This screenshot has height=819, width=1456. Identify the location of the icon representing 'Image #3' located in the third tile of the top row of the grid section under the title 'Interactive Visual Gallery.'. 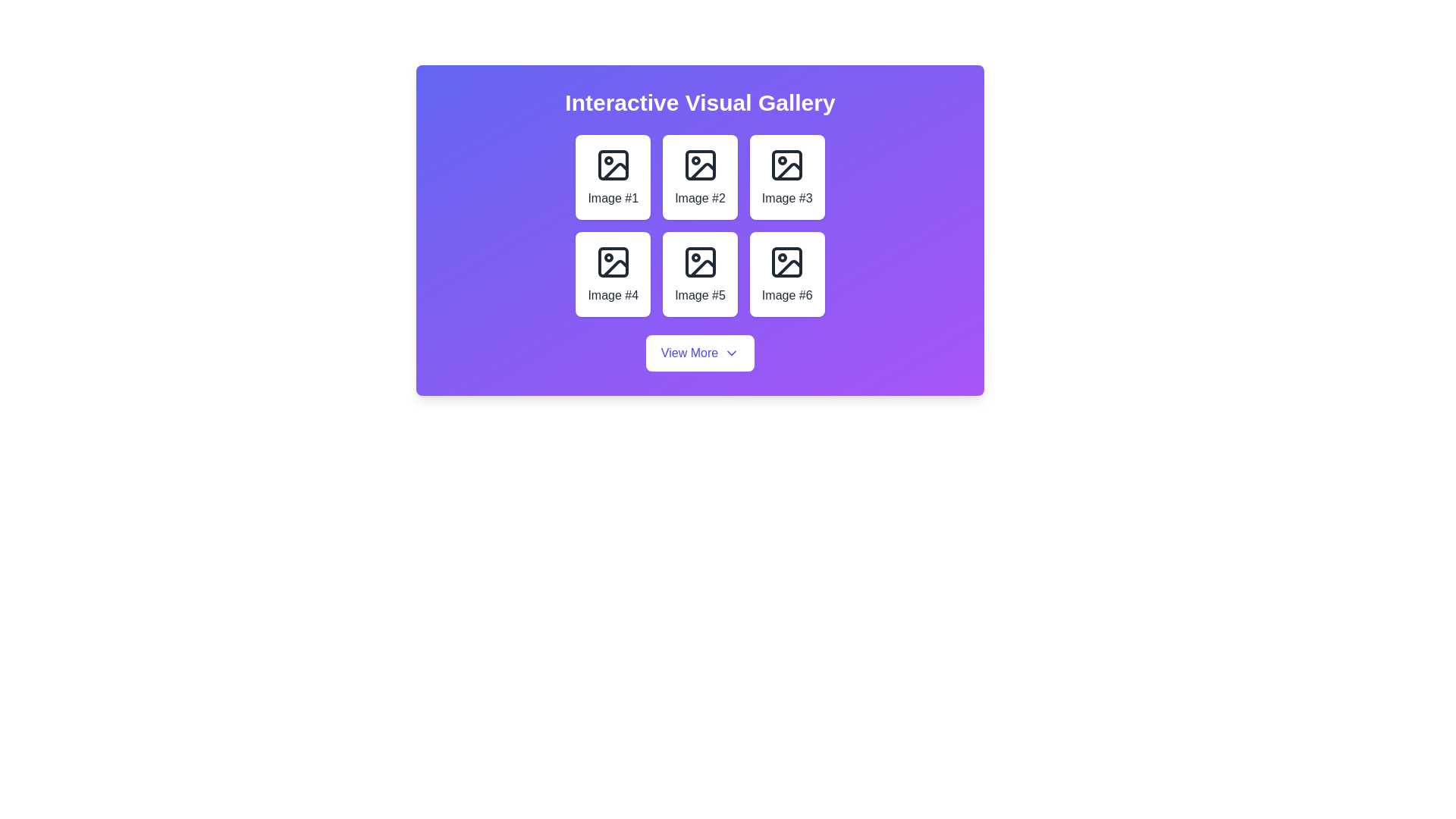
(787, 165).